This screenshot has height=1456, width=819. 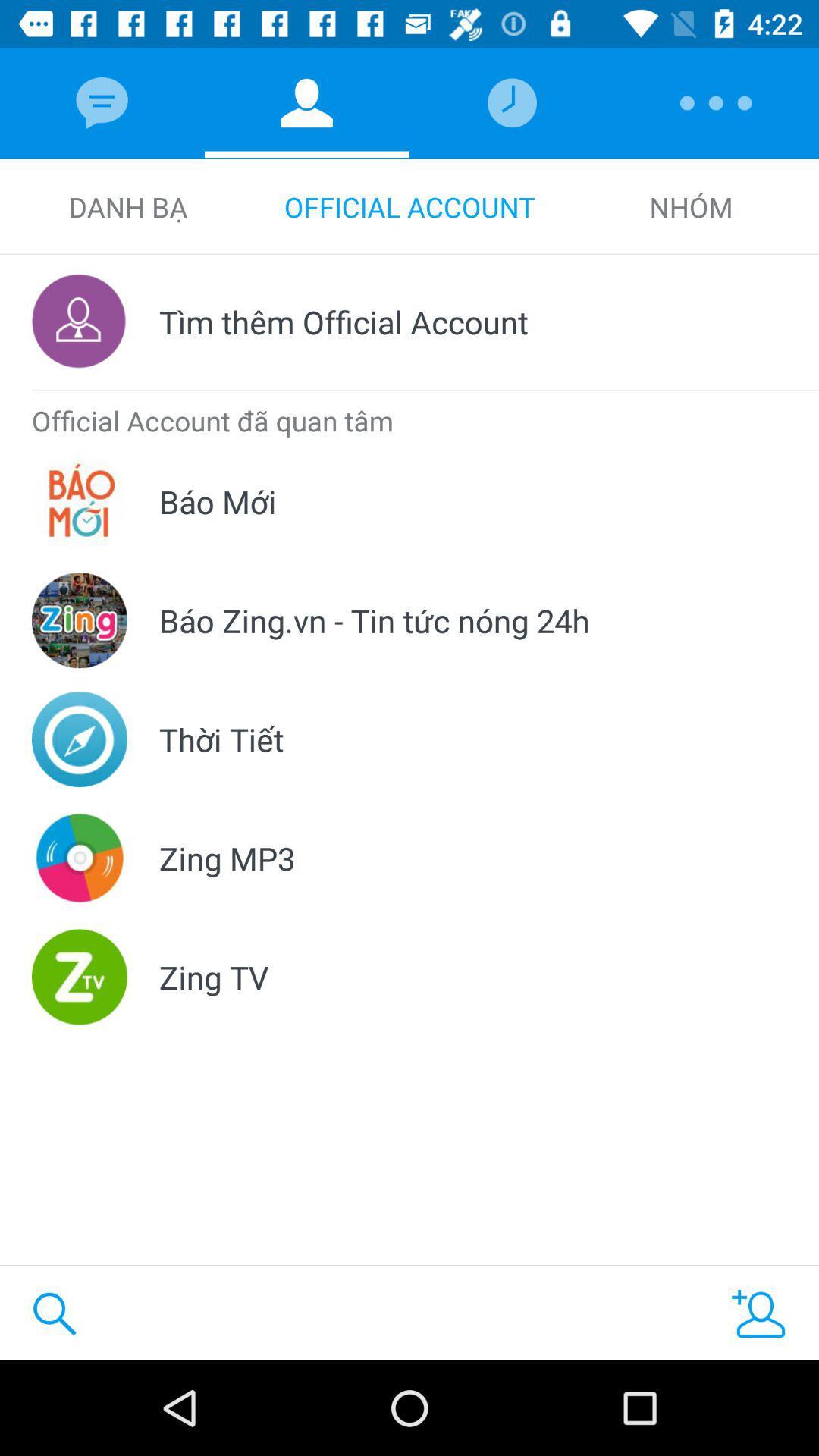 I want to click on the icon to the left of official account icon, so click(x=127, y=206).